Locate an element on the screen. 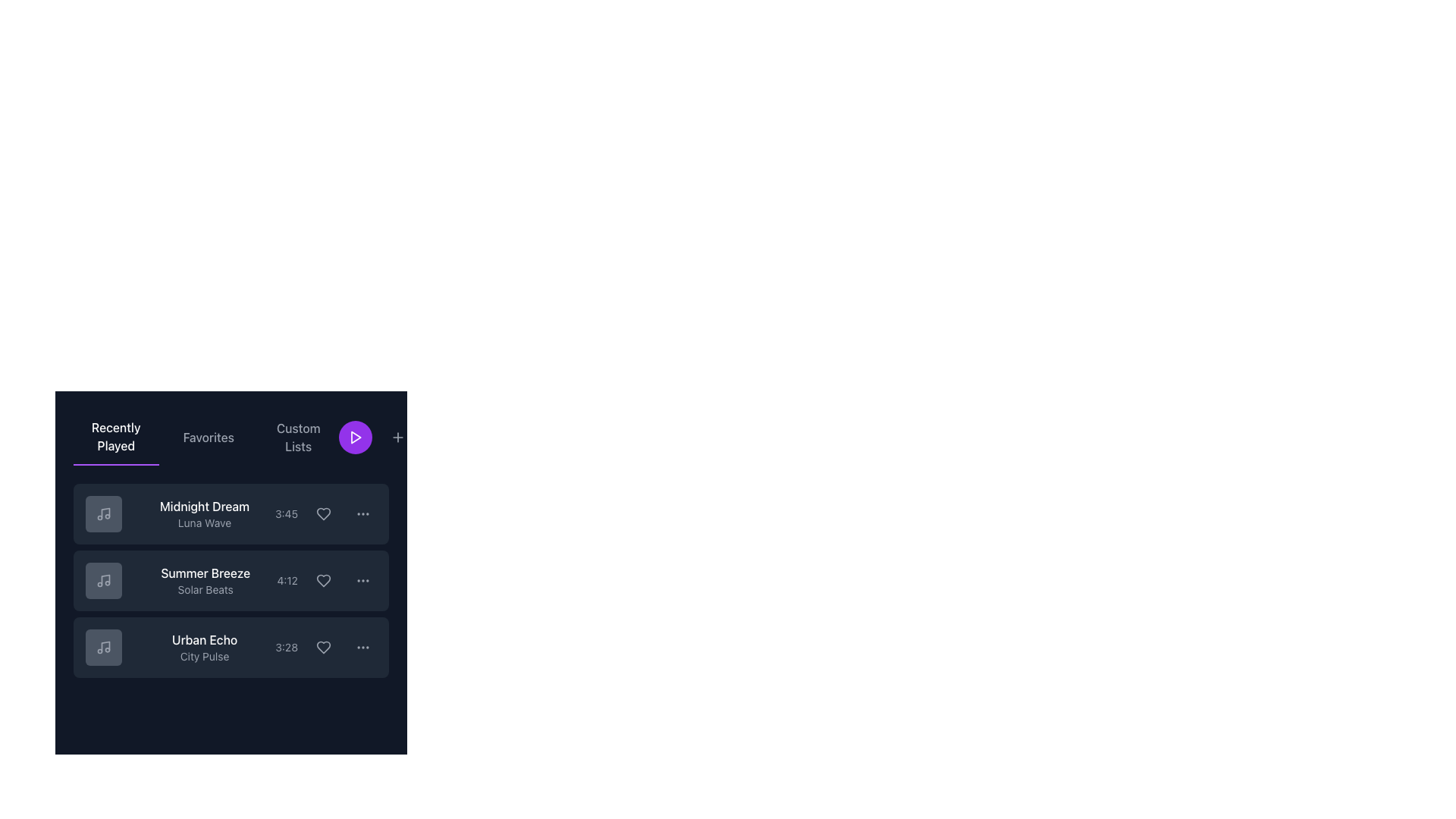 The image size is (1456, 819). the circular button with a plus icon at its center, positioned to the right of the purple circular play button is located at coordinates (397, 438).